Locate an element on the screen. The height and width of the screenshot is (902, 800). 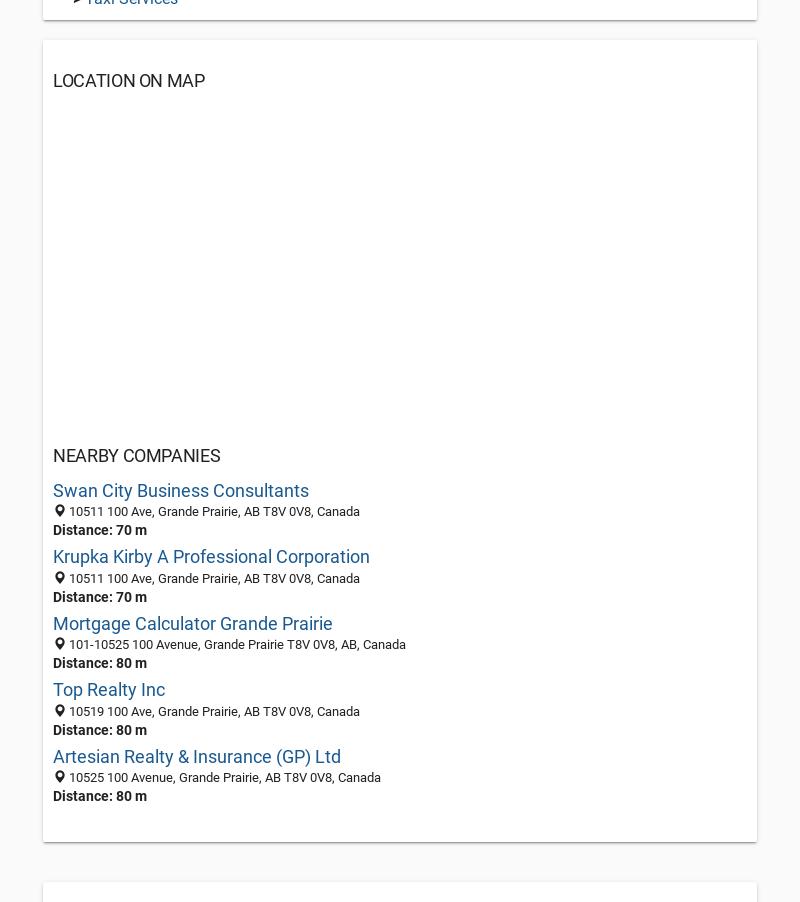
'101-10525 100 Avenue, Grande Prairie T8V 0V8, AB, Canada' is located at coordinates (235, 643).